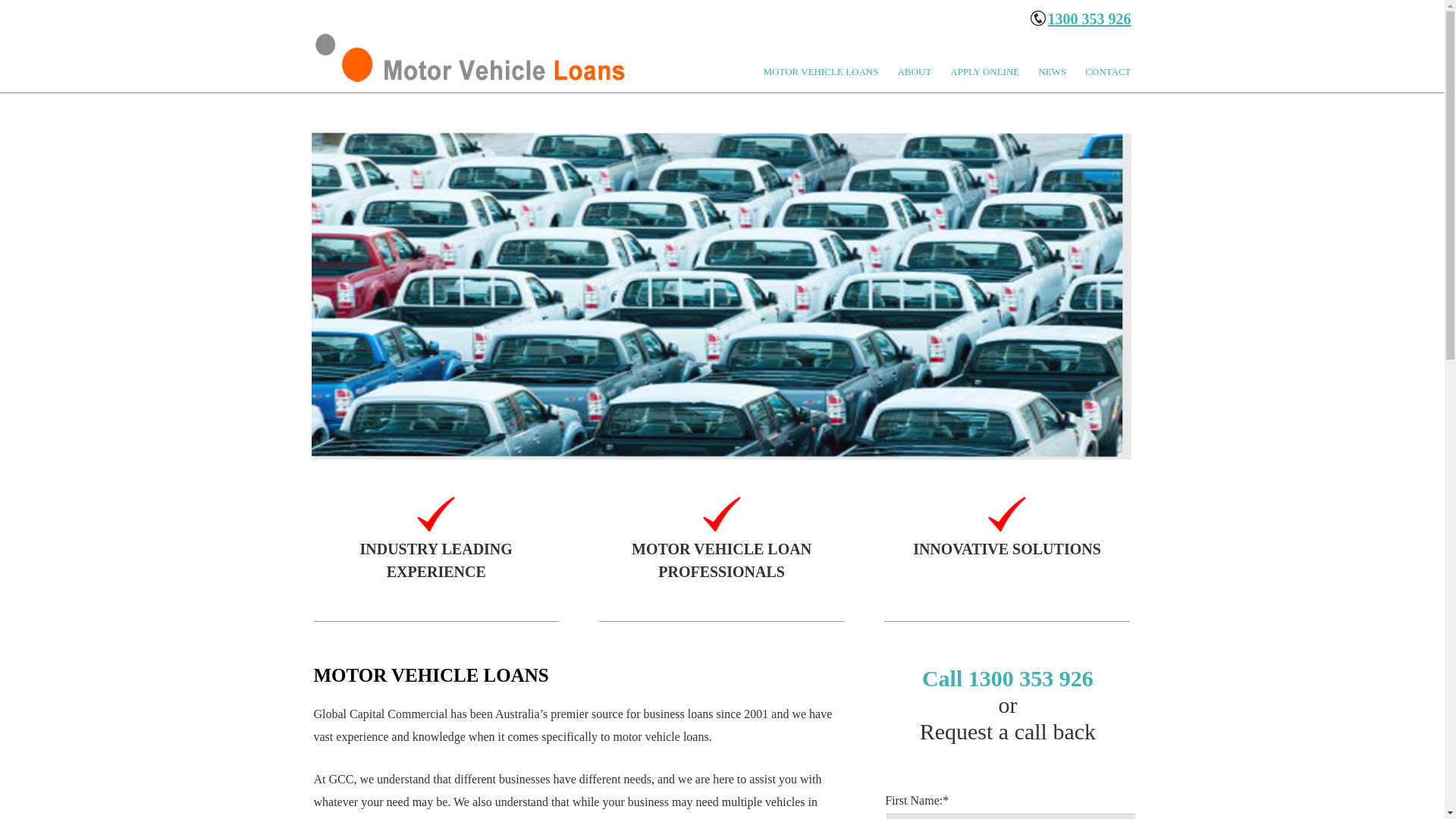 The width and height of the screenshot is (1456, 819). What do you see at coordinates (472, 58) in the screenshot?
I see `'LOGO'` at bounding box center [472, 58].